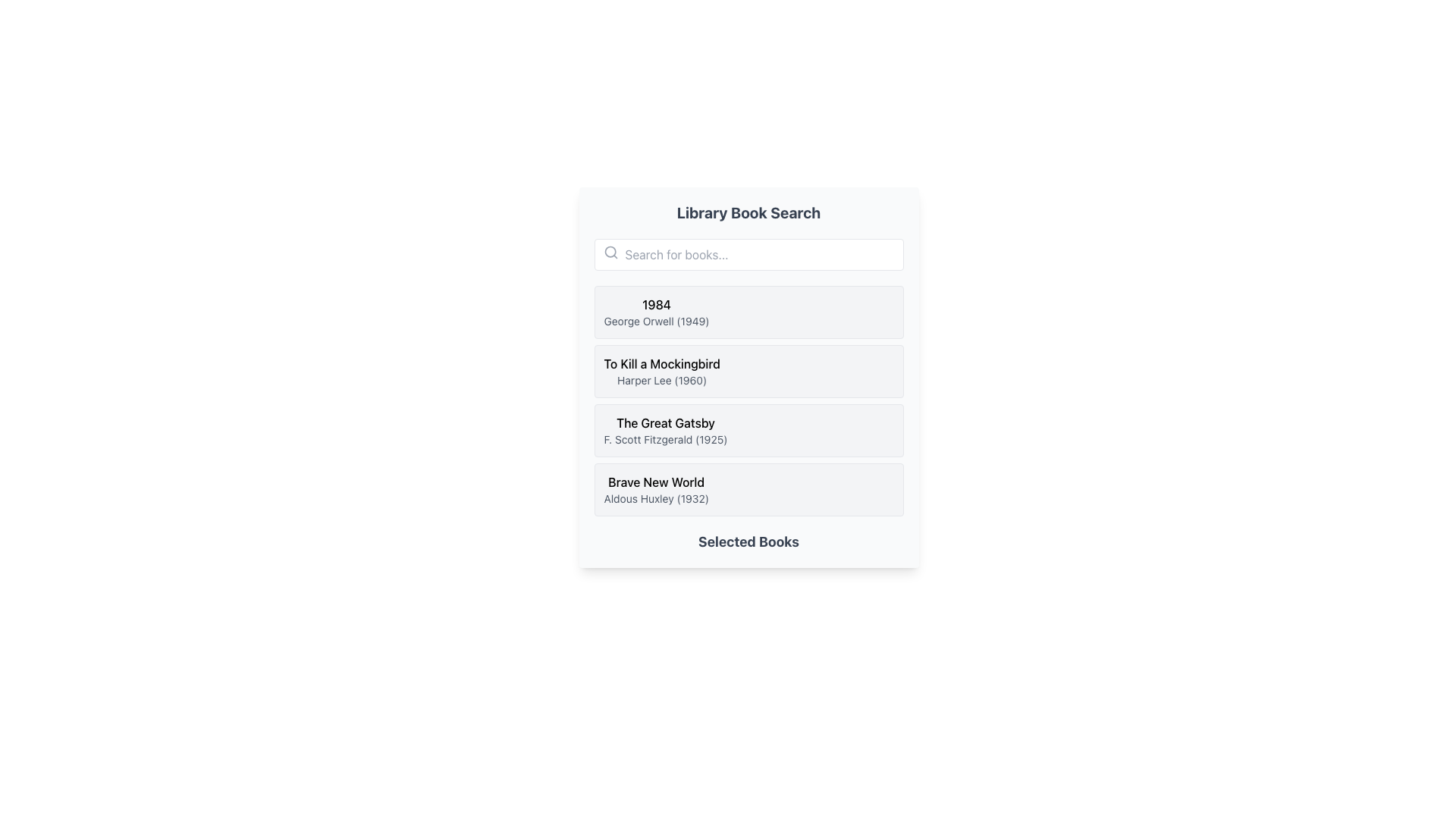 This screenshot has width=1456, height=819. What do you see at coordinates (748, 213) in the screenshot?
I see `the bold text label displaying 'Library Book Search' located at the top of the search input field` at bounding box center [748, 213].